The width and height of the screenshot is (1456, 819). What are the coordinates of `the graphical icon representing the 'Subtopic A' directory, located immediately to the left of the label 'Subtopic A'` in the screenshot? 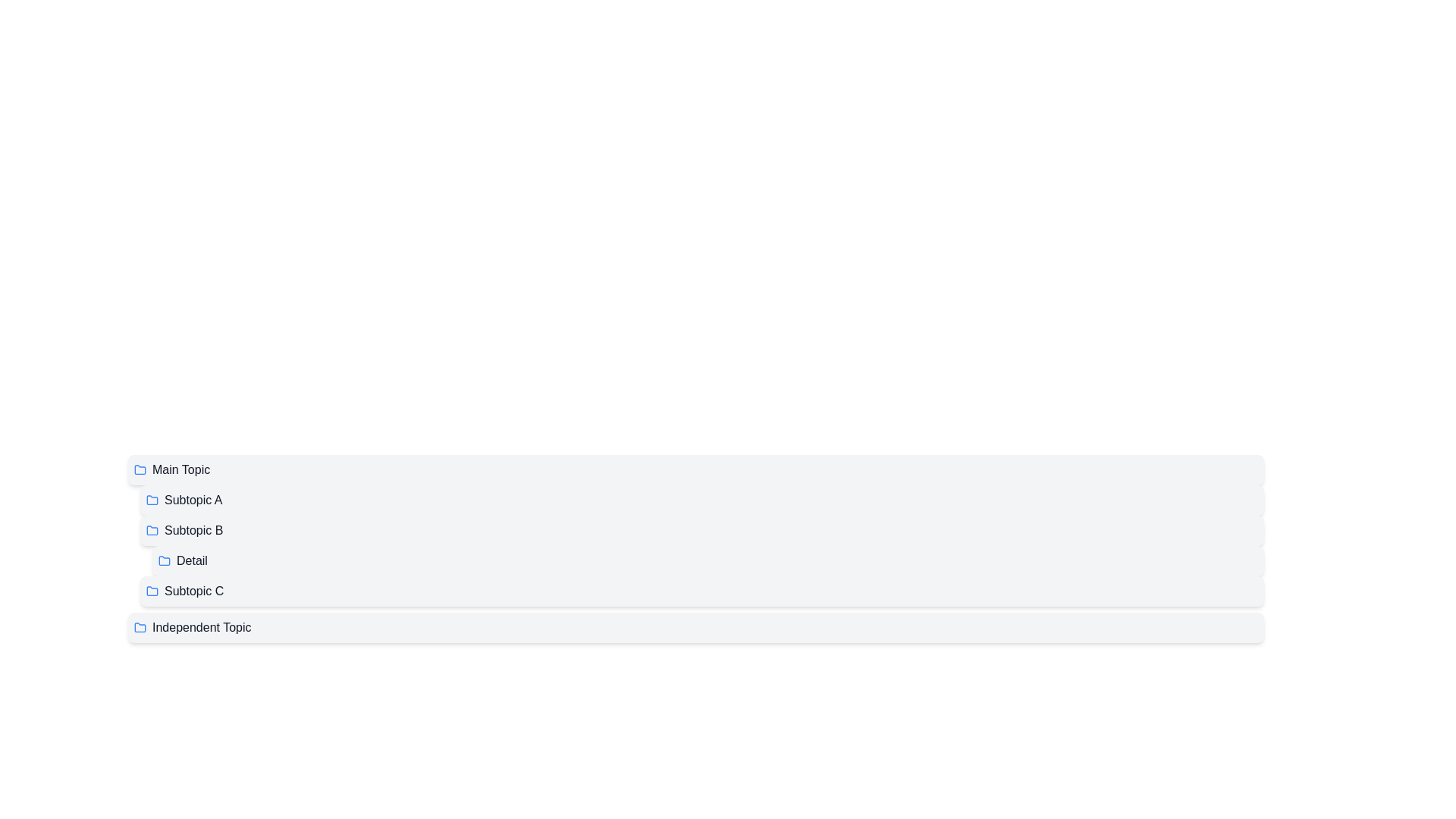 It's located at (152, 500).